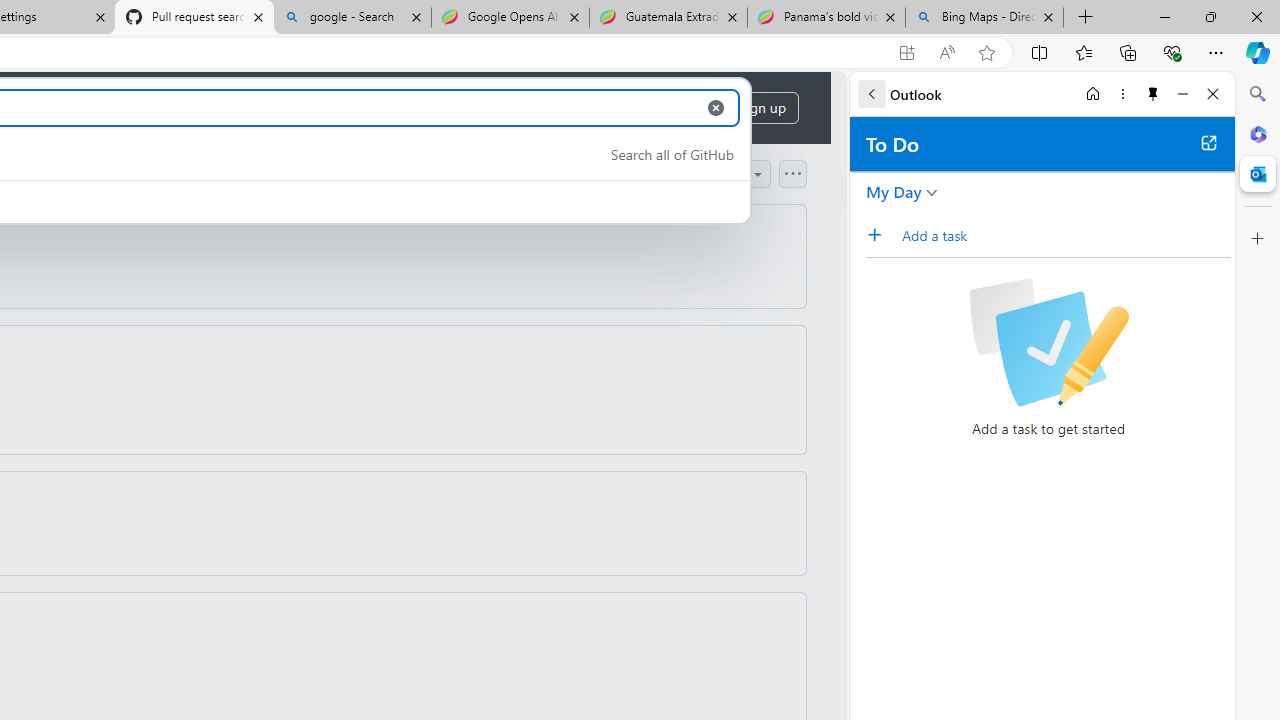 The image size is (1280, 720). What do you see at coordinates (905, 52) in the screenshot?
I see `'App available. Install GitHub'` at bounding box center [905, 52].